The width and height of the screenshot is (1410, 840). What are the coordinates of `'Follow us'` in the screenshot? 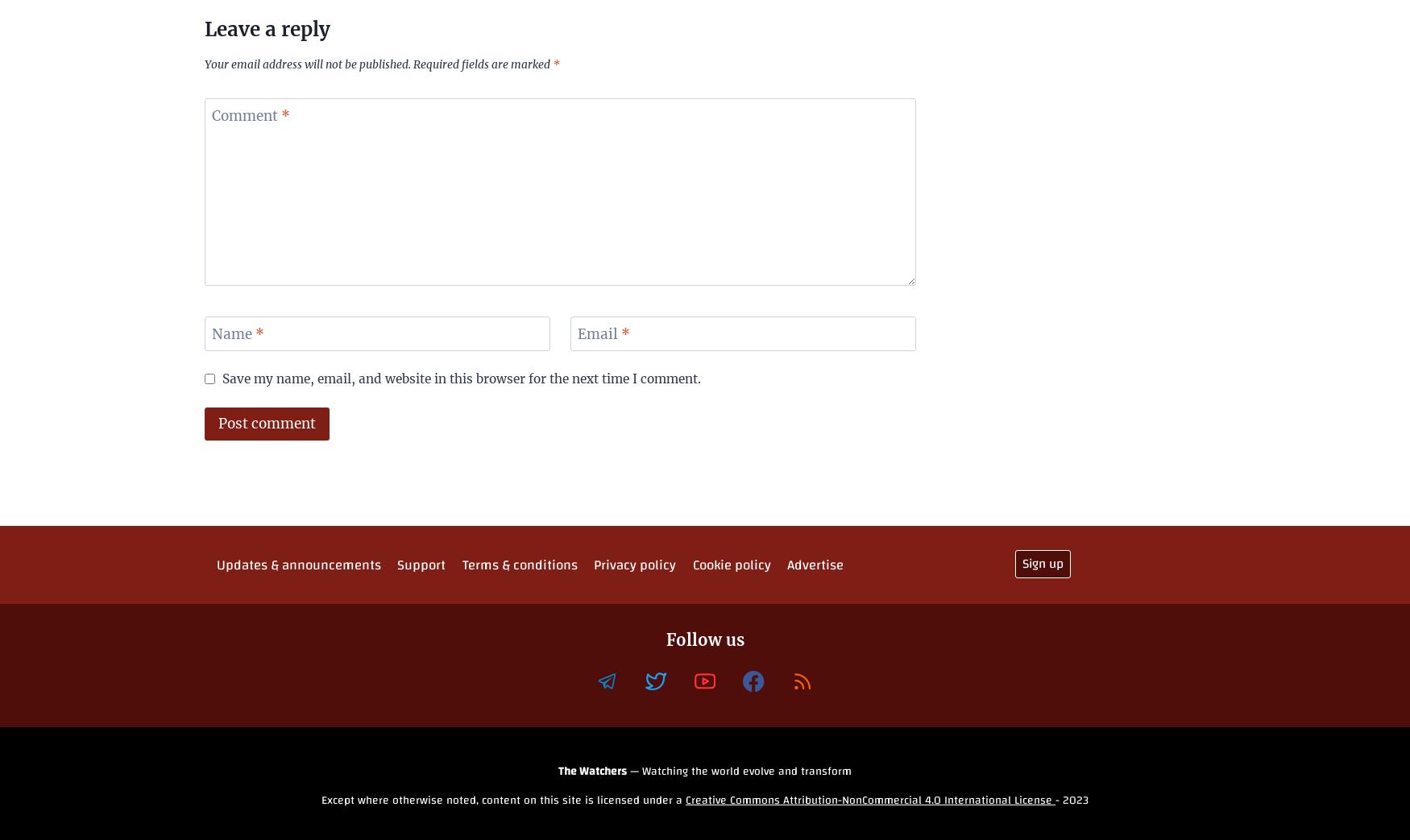 It's located at (704, 639).